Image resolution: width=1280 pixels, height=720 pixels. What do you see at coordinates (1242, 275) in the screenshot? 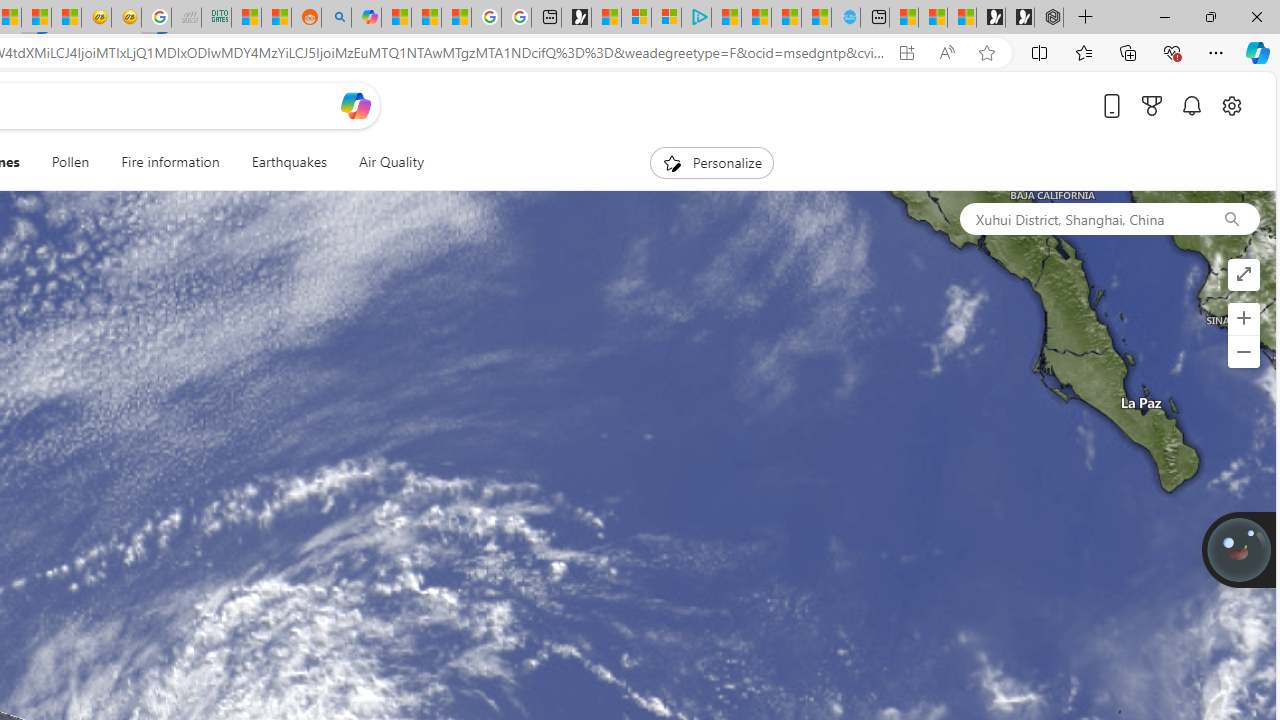
I see `'Enter full screen mode'` at bounding box center [1242, 275].